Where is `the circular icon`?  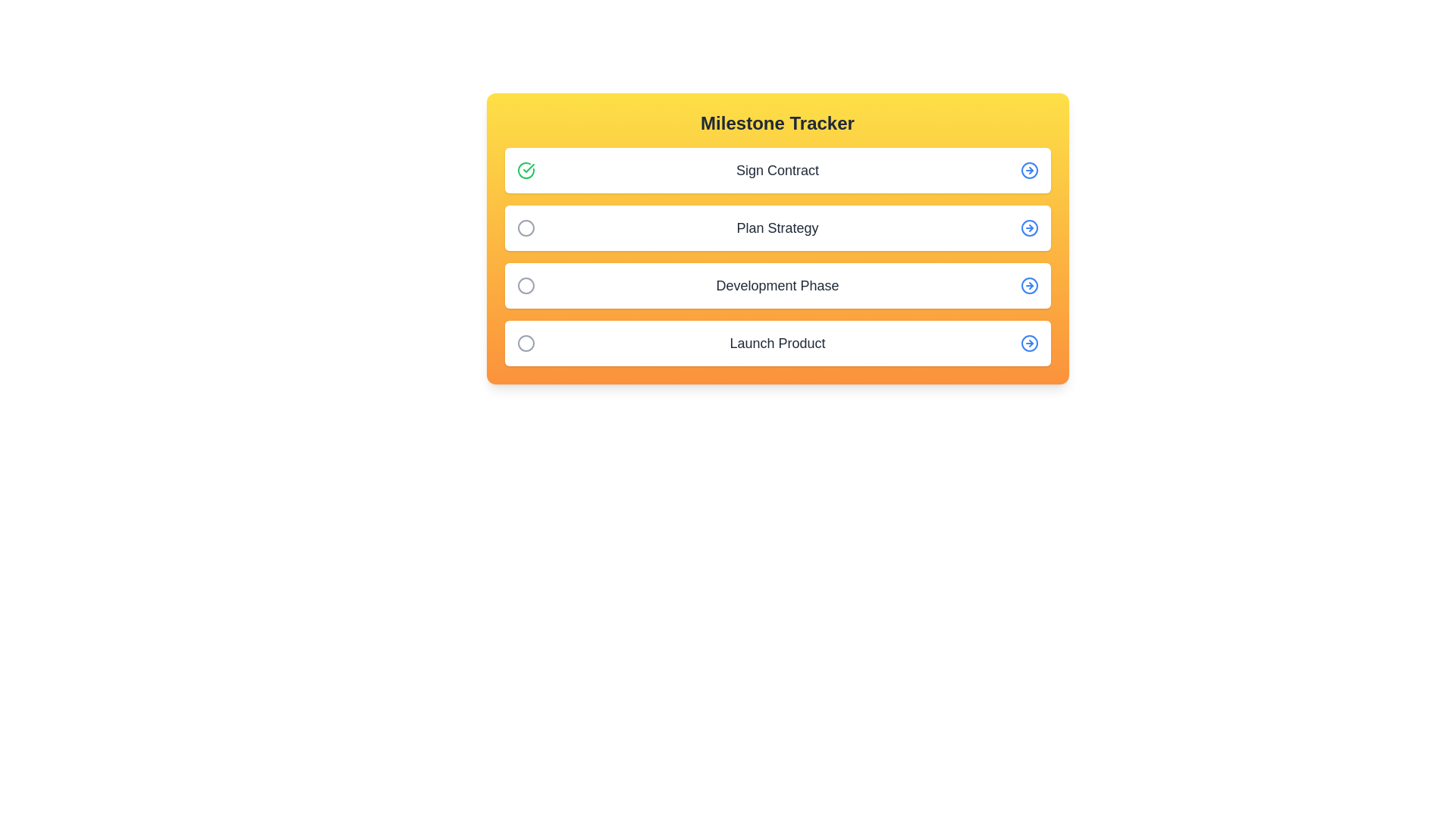 the circular icon is located at coordinates (526, 227).